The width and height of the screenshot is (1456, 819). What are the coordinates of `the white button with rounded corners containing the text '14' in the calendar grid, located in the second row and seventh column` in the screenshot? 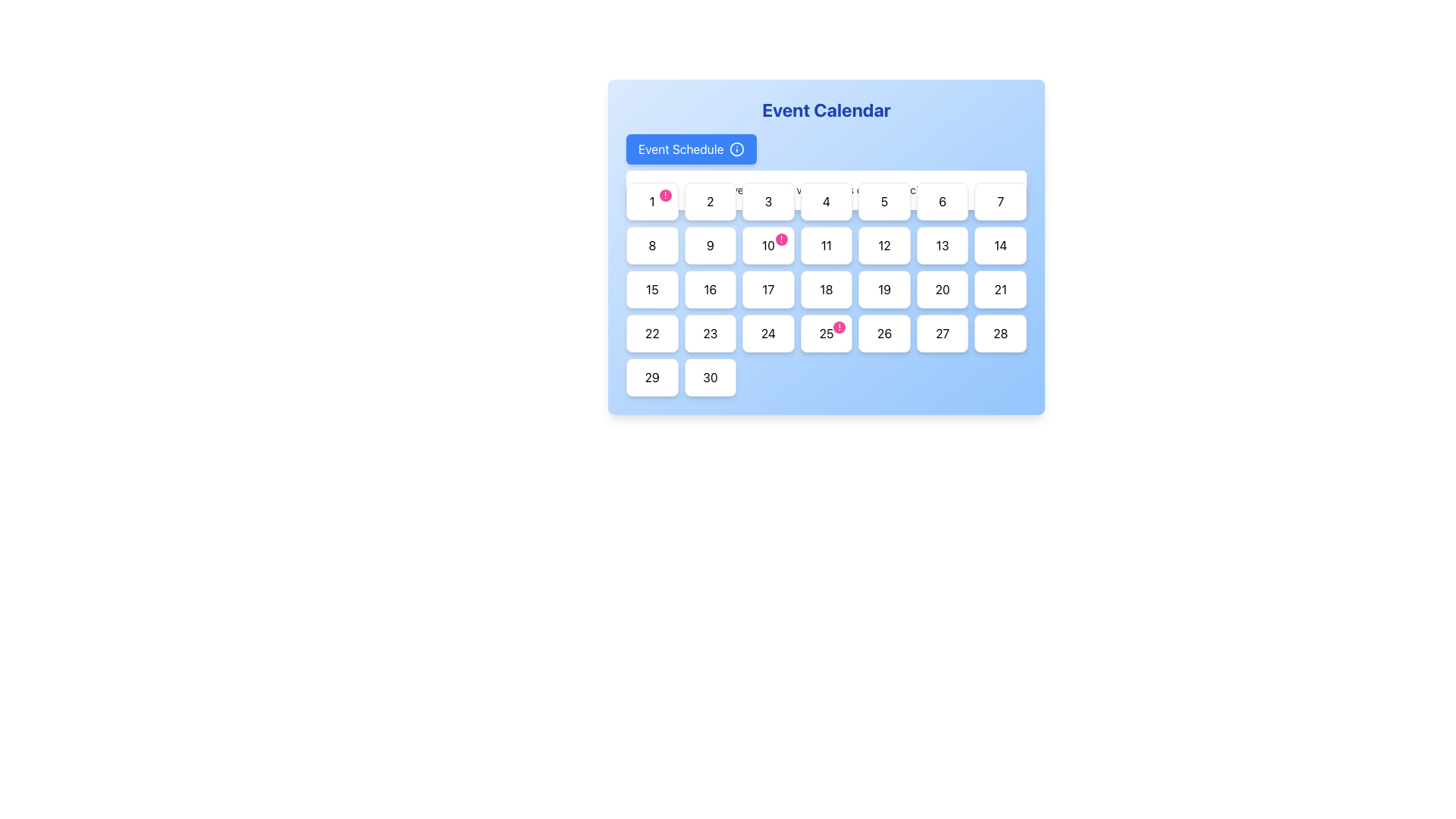 It's located at (1000, 245).